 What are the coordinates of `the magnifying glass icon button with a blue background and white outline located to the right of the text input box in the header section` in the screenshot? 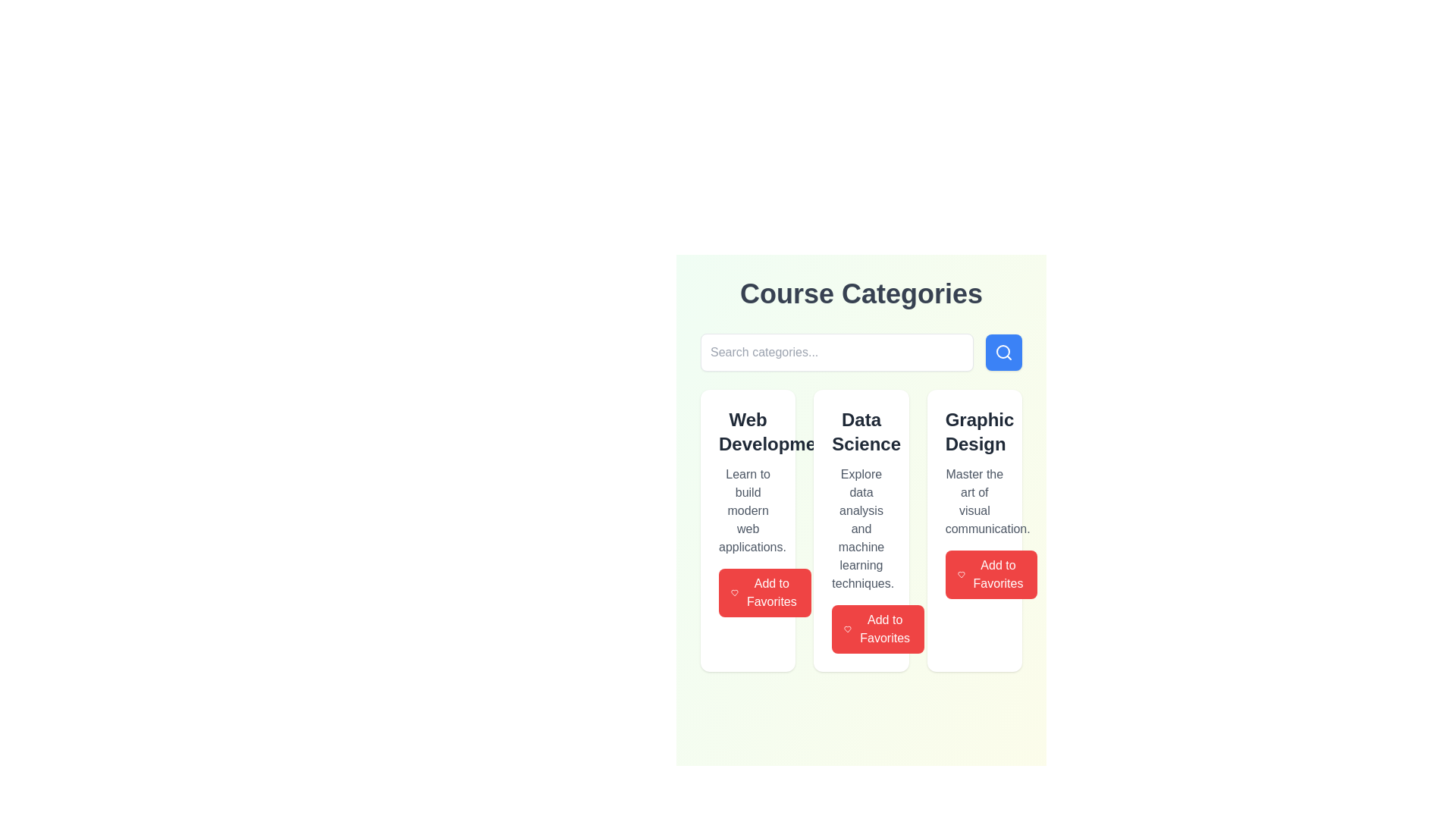 It's located at (1004, 353).